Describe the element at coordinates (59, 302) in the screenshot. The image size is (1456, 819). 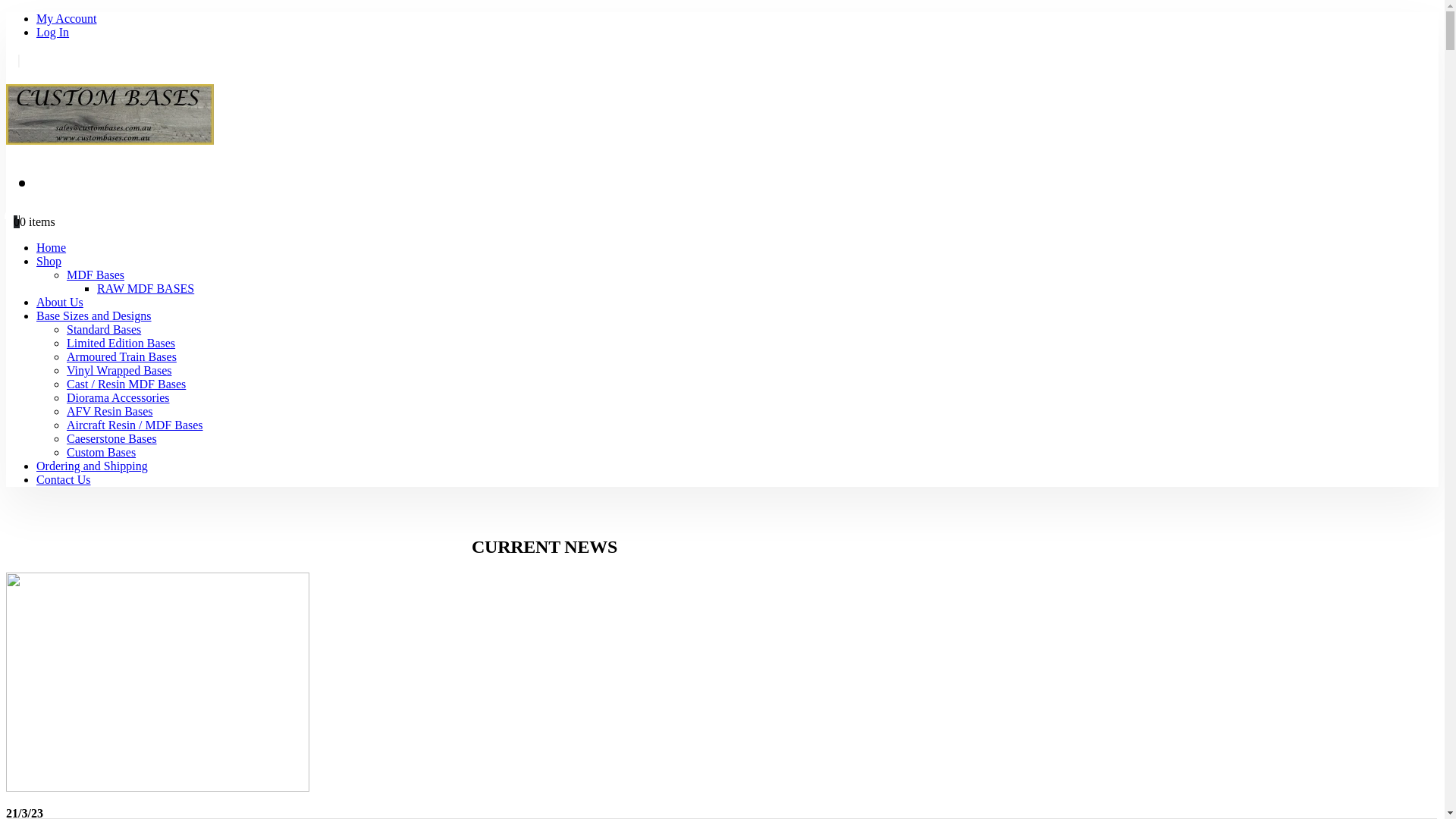
I see `'About Us'` at that location.